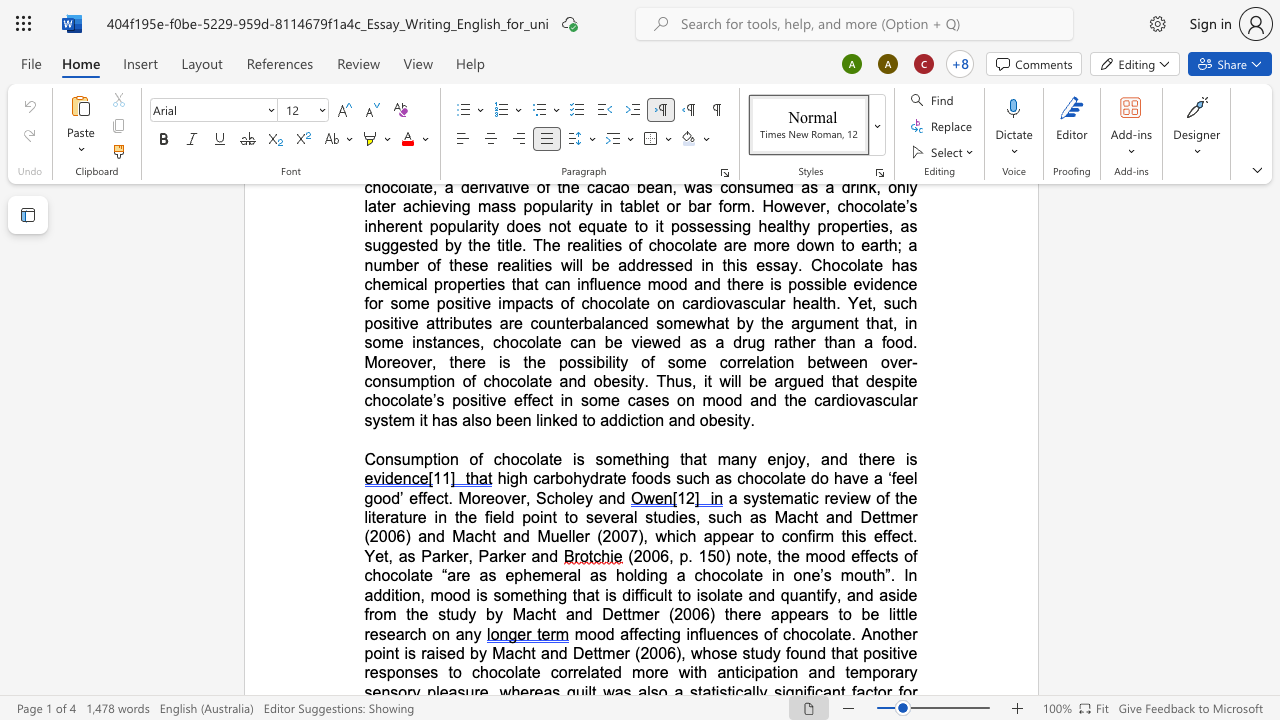 The width and height of the screenshot is (1280, 720). I want to click on the space between the continuous character "e" and "a" in the text, so click(738, 535).